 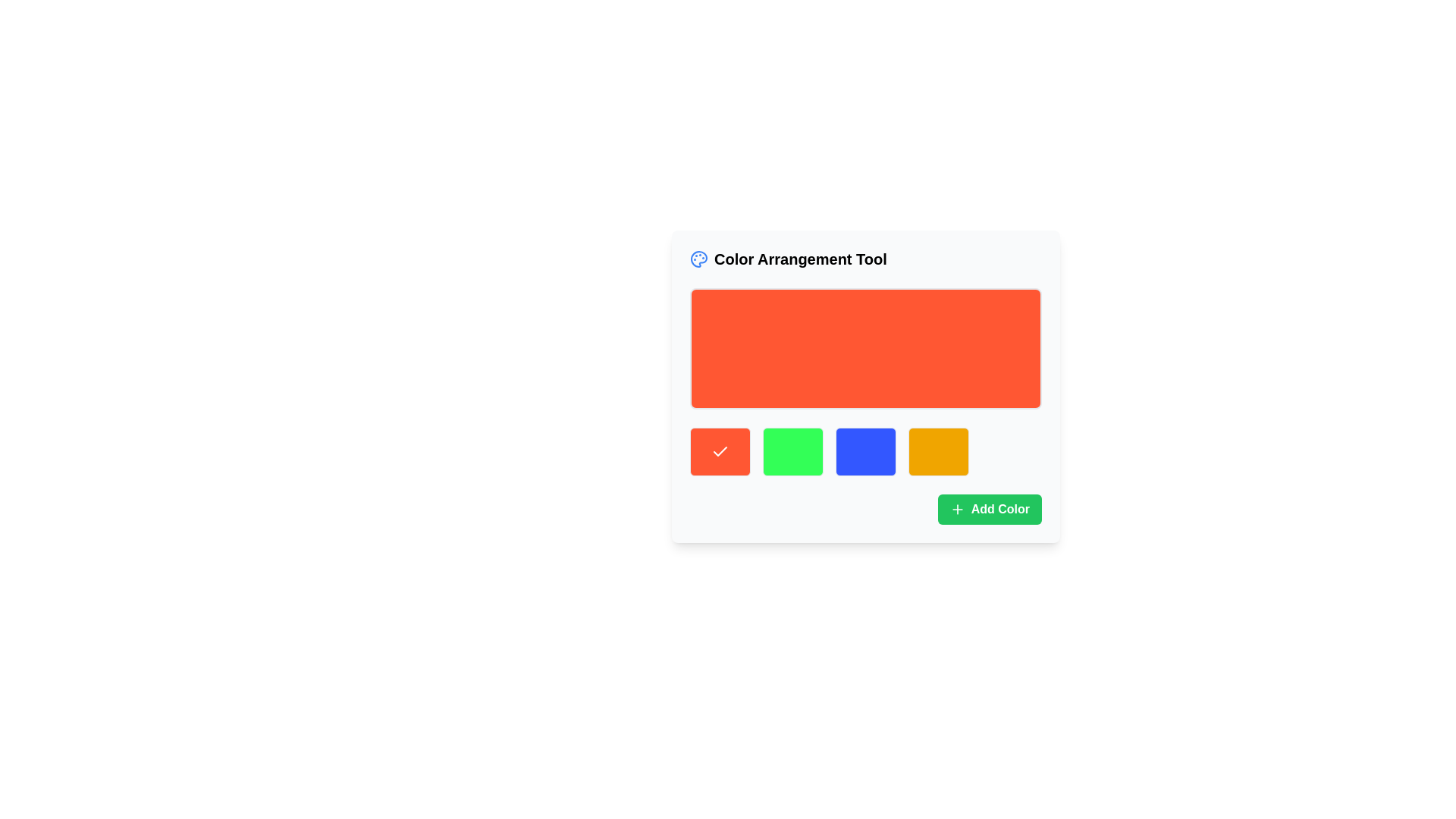 I want to click on the large color swatch in the Visual Display Component located below the 'Color Arrangement Tool' title, so click(x=866, y=348).